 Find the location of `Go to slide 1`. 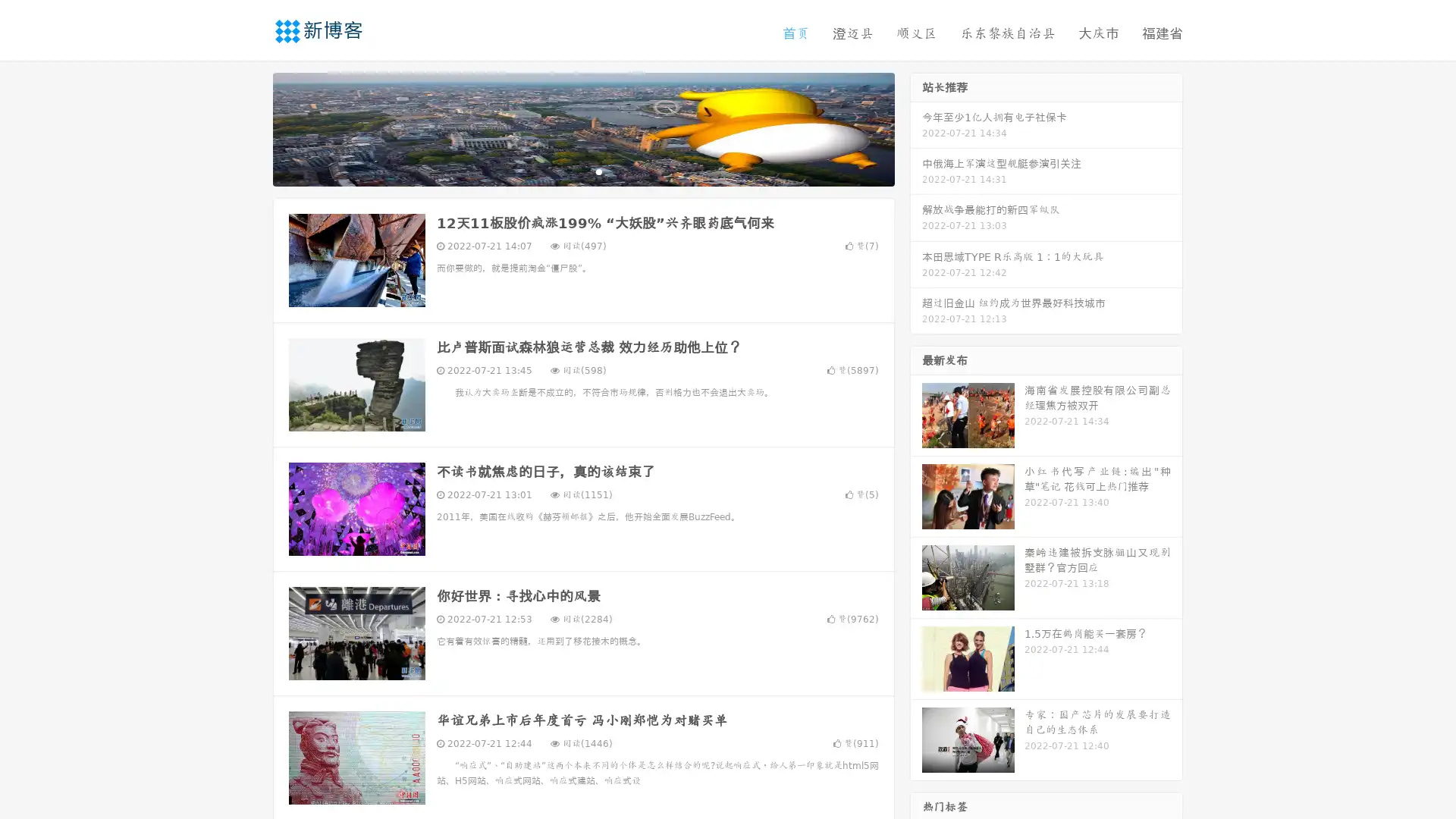

Go to slide 1 is located at coordinates (567, 171).